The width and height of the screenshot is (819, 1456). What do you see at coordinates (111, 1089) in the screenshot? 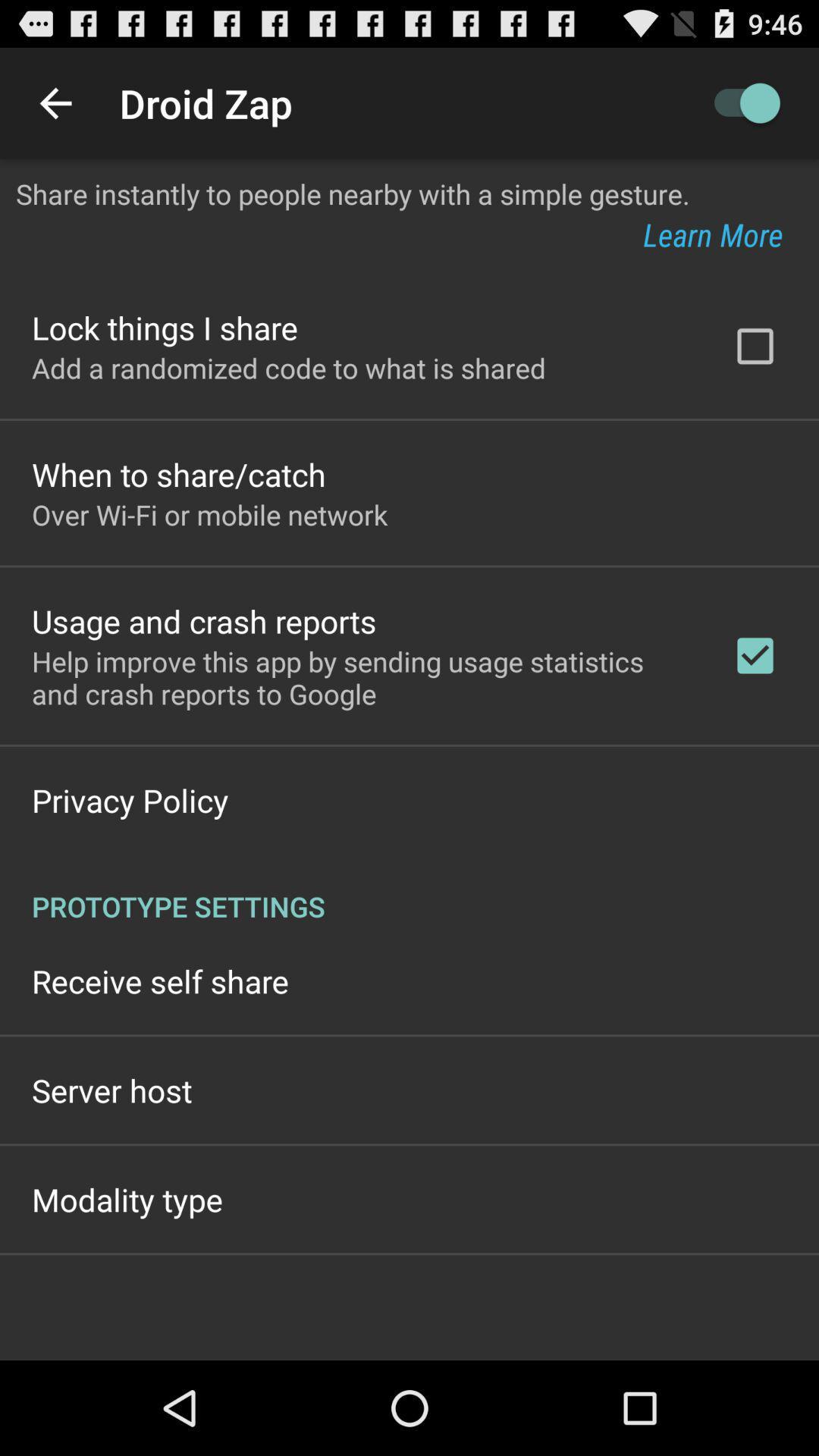
I see `the item above modality type icon` at bounding box center [111, 1089].